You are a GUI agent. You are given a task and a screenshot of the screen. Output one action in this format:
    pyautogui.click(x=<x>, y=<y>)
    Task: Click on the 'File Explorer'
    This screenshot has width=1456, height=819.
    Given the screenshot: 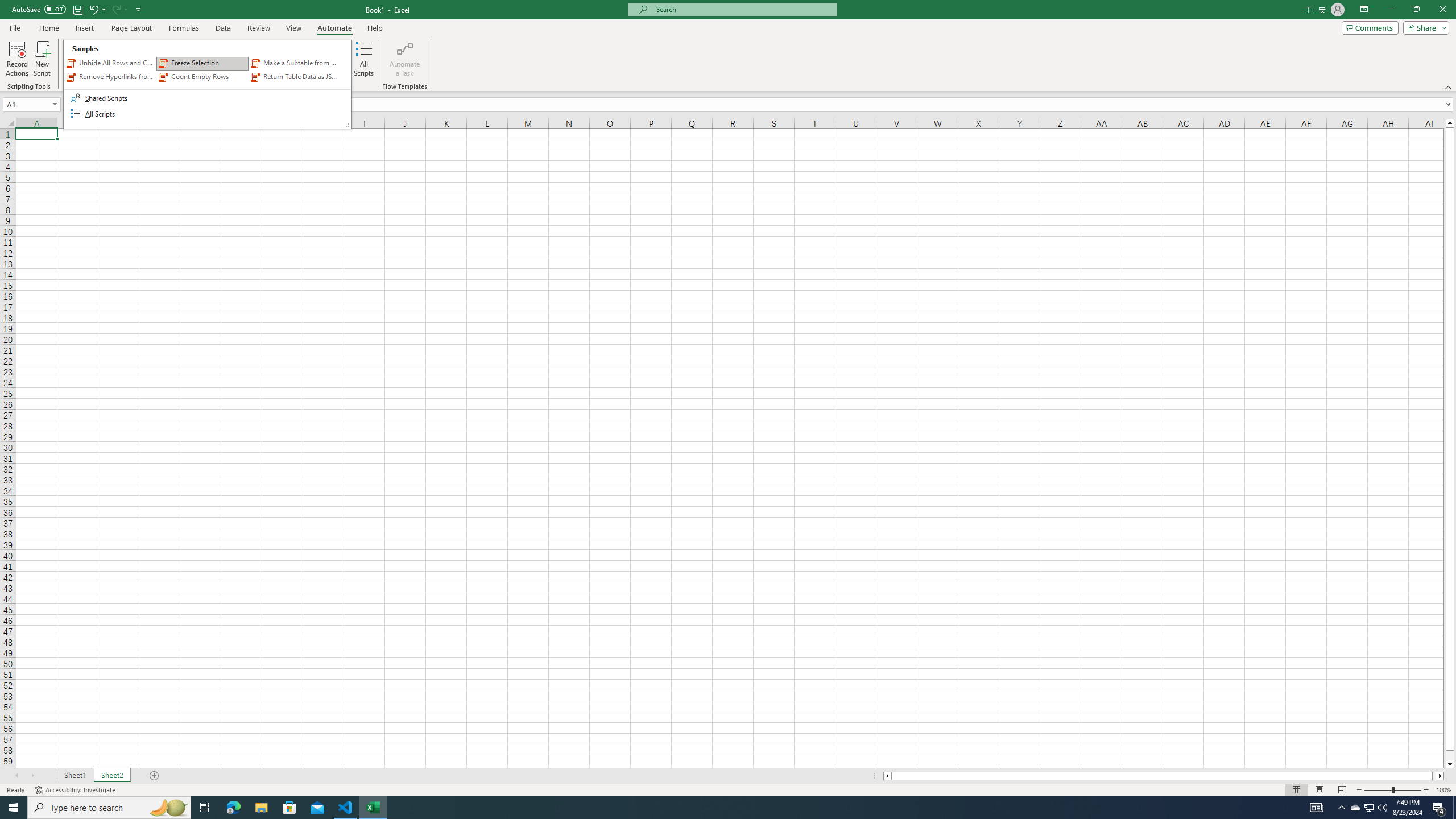 What is the action you would take?
    pyautogui.click(x=260, y=806)
    